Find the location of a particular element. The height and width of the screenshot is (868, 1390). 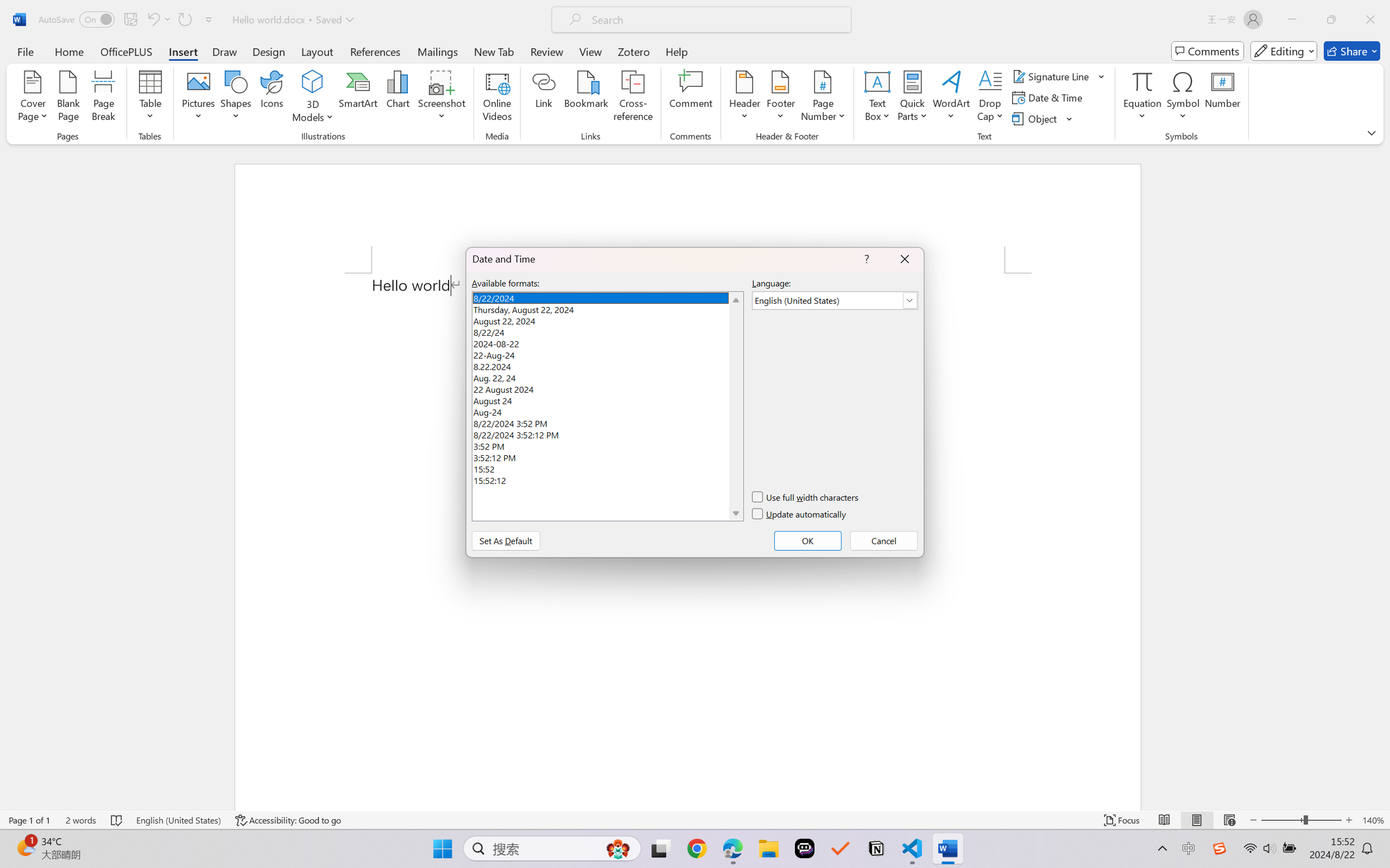

'Header' is located at coordinates (743, 98).